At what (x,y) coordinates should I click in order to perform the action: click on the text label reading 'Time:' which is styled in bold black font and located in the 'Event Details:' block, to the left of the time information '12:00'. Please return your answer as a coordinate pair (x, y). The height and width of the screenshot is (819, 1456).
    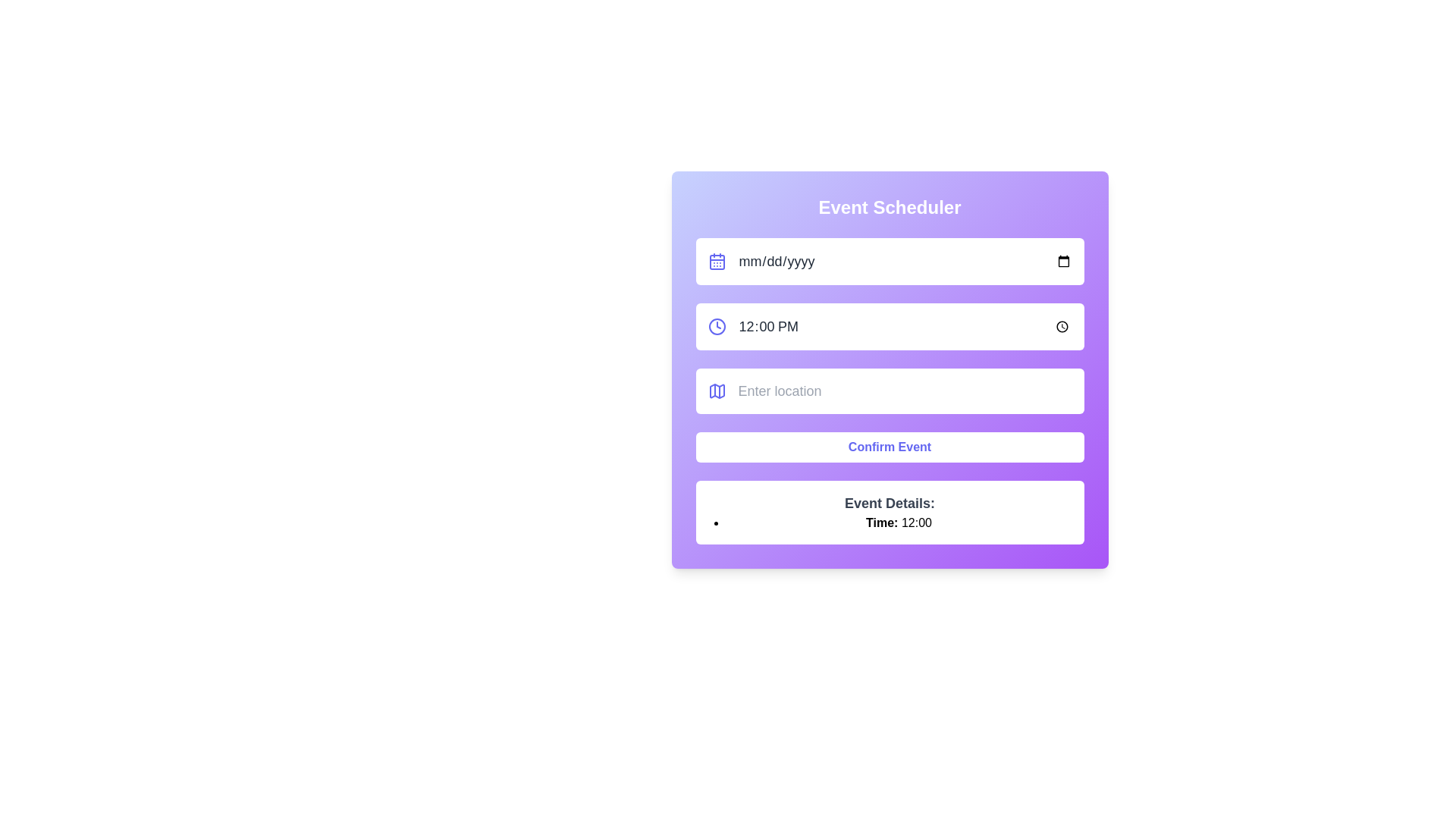
    Looking at the image, I should click on (882, 522).